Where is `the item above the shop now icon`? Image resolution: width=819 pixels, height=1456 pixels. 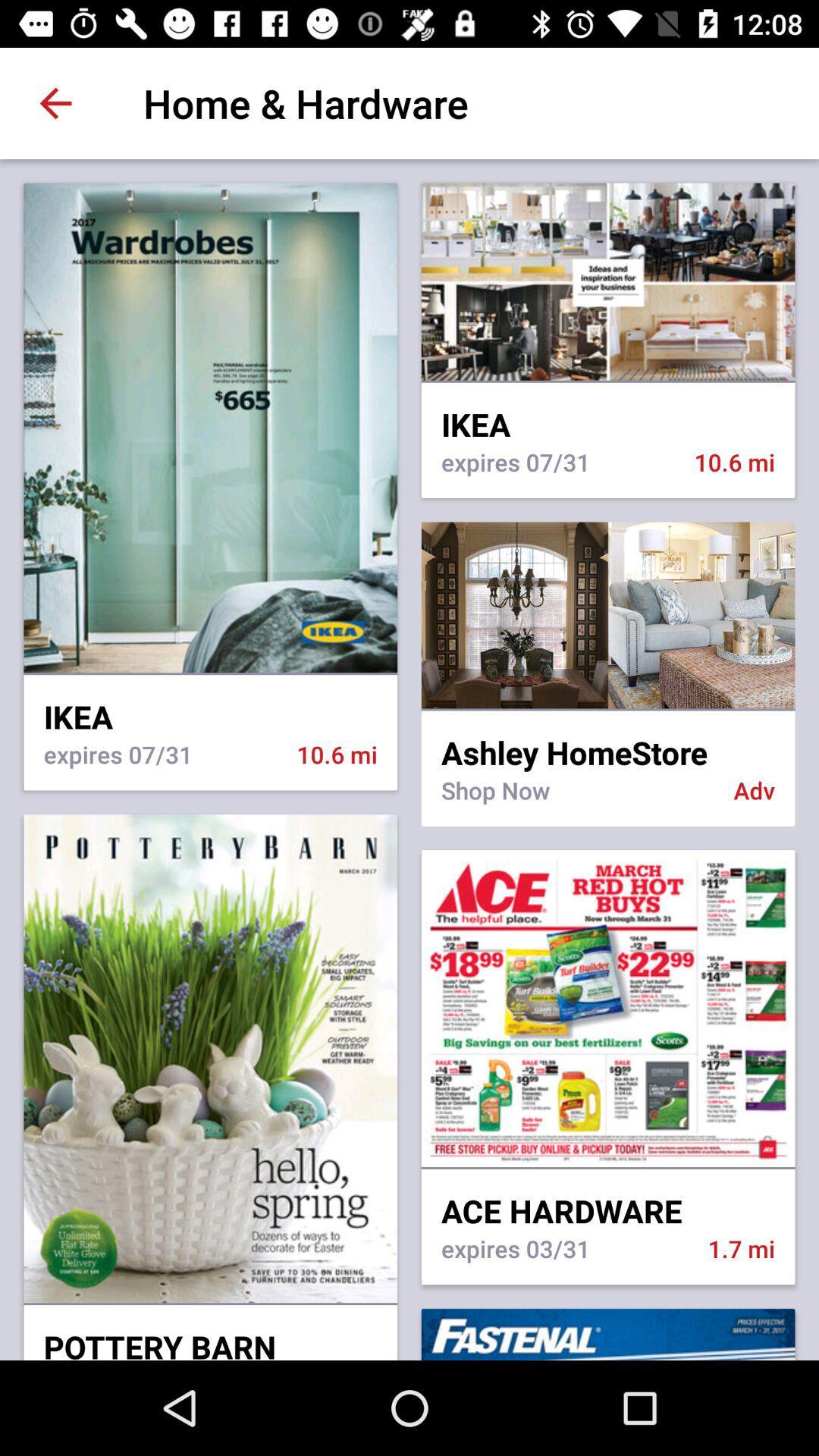
the item above the shop now icon is located at coordinates (607, 742).